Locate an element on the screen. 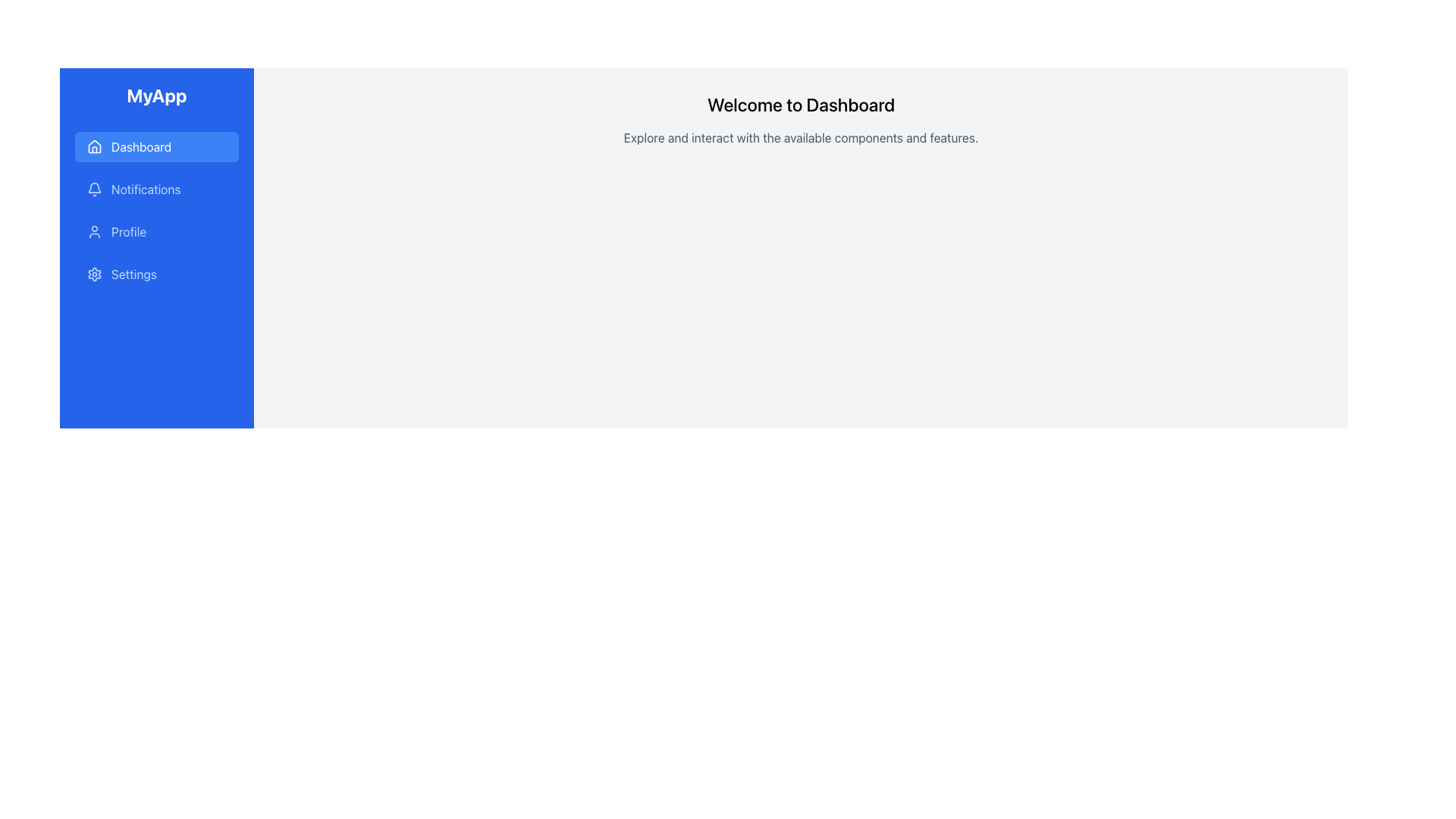  the Text label indicating the user's profile section located in the sidebar menu, positioned below 'Notifications' and above 'Settings' is located at coordinates (129, 231).